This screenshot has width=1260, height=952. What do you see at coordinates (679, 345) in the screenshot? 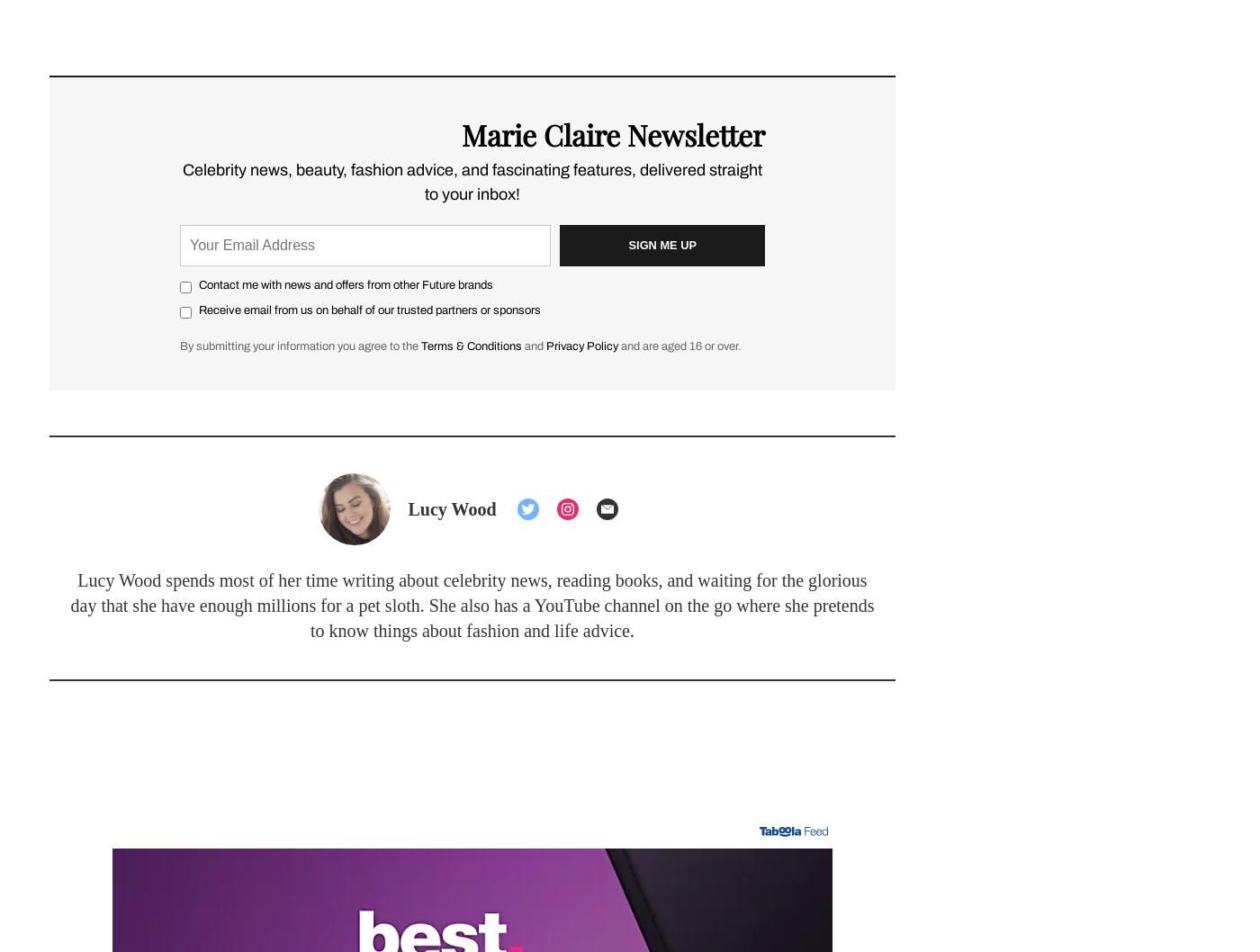
I see `'and are aged 16 or over.'` at bounding box center [679, 345].